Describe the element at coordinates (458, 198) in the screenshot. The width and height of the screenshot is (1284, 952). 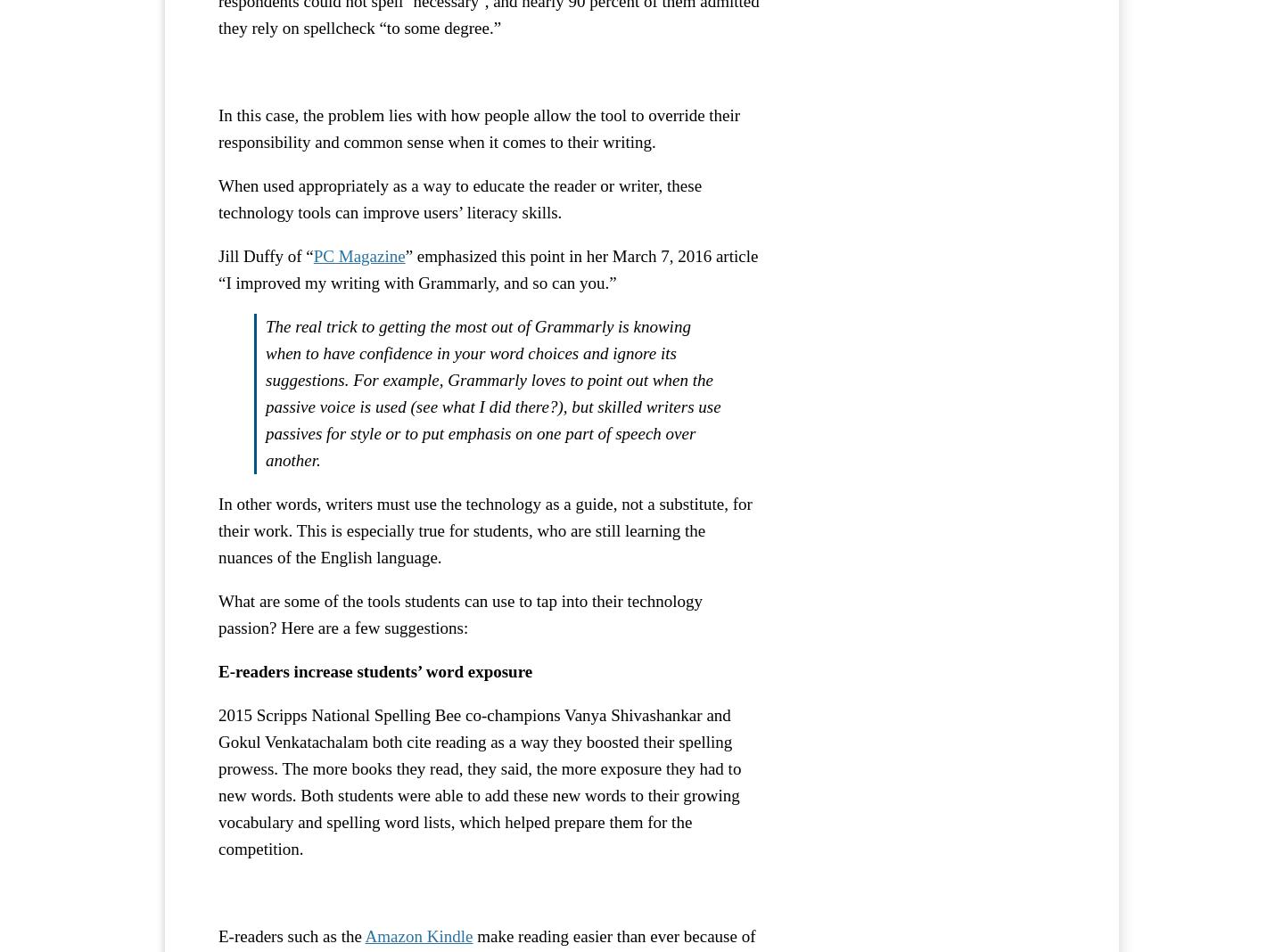
I see `'When used appropriately as a way to educate the reader or writer, these technology tools can improve users’ literacy skills.'` at that location.